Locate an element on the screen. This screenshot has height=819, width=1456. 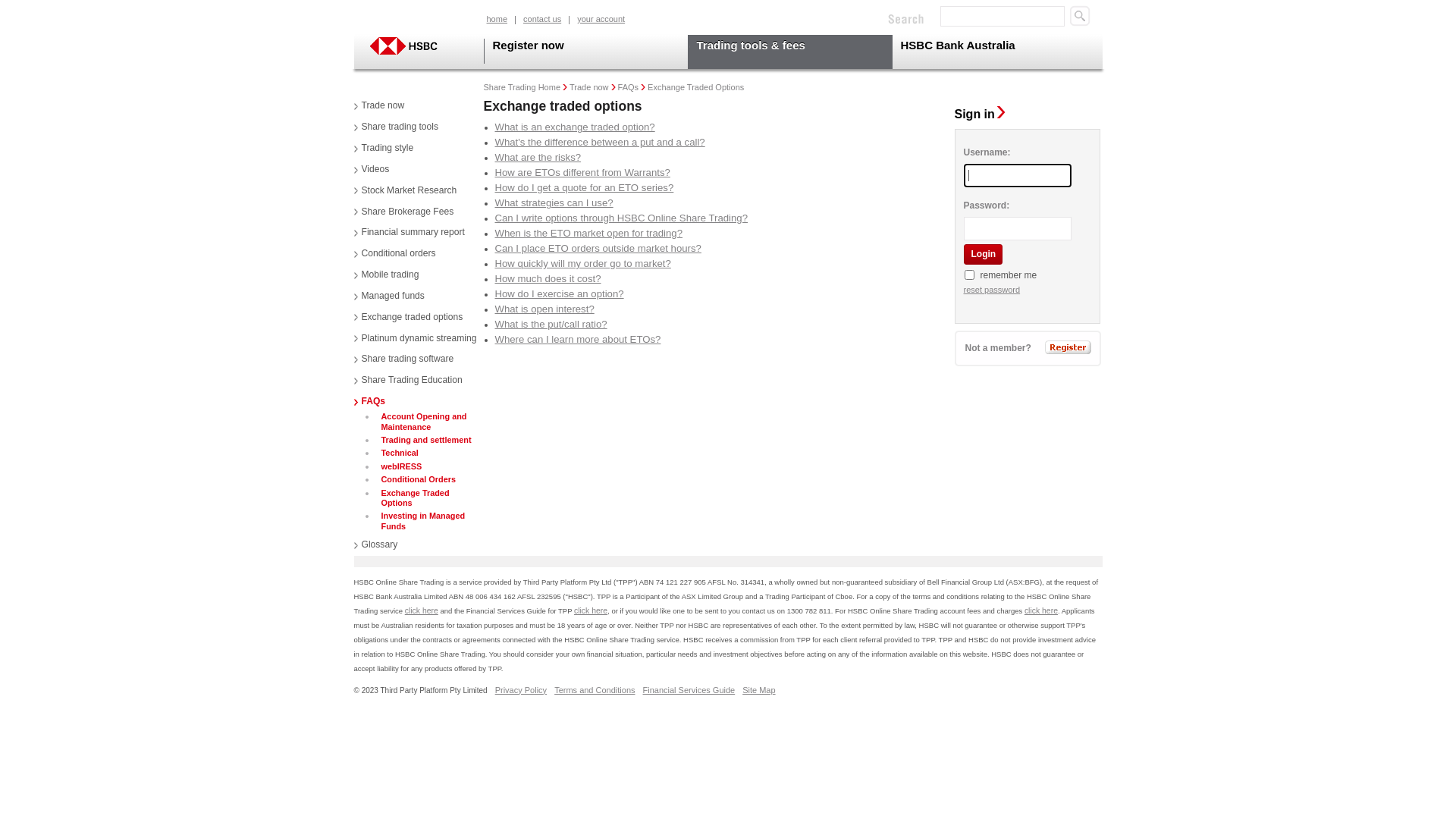
'When is the ETO market open for trading?' is located at coordinates (588, 233).